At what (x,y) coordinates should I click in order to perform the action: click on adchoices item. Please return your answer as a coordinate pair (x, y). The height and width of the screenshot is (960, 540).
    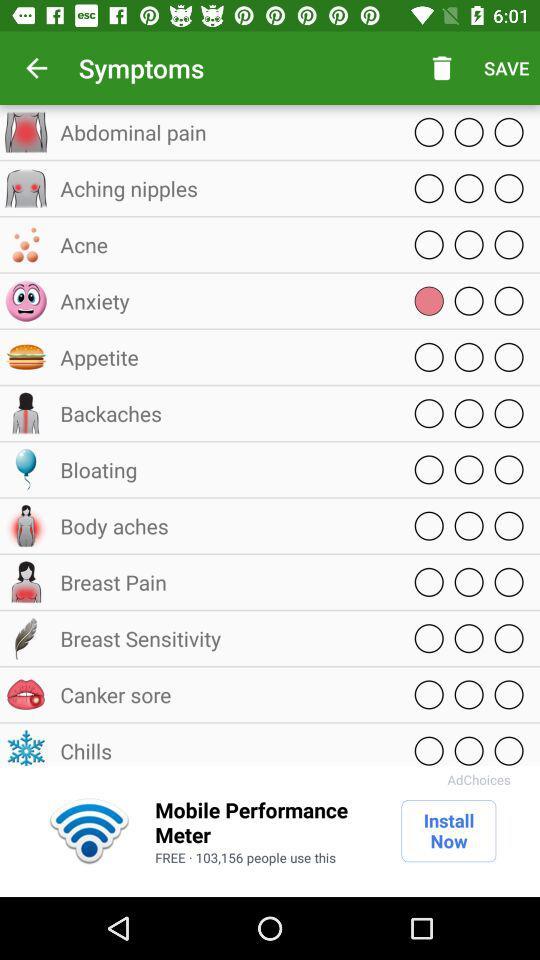
    Looking at the image, I should click on (478, 778).